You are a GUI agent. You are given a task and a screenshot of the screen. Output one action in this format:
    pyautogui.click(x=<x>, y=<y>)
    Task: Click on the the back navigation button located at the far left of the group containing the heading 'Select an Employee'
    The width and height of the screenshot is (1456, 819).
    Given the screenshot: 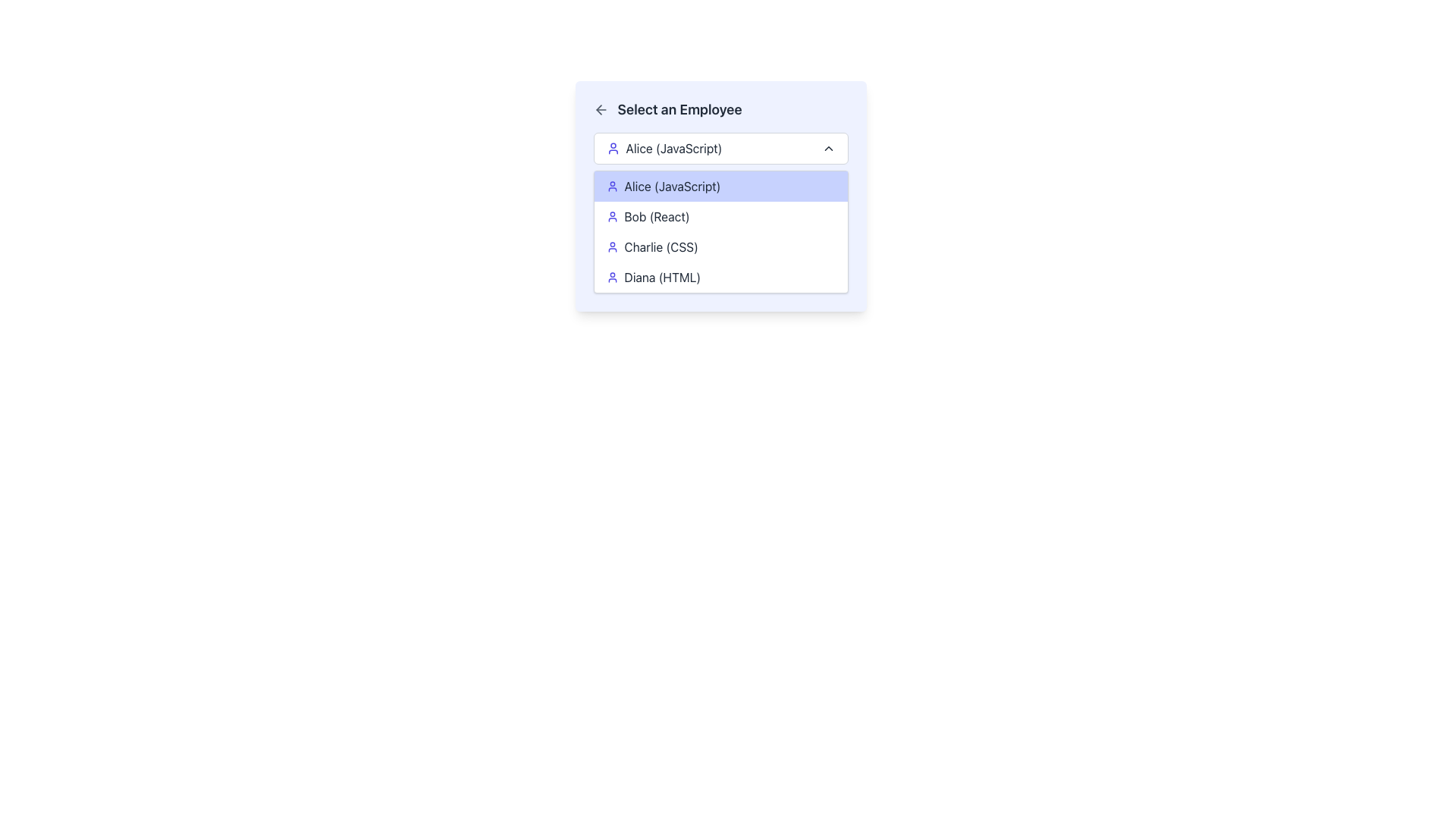 What is the action you would take?
    pyautogui.click(x=600, y=109)
    